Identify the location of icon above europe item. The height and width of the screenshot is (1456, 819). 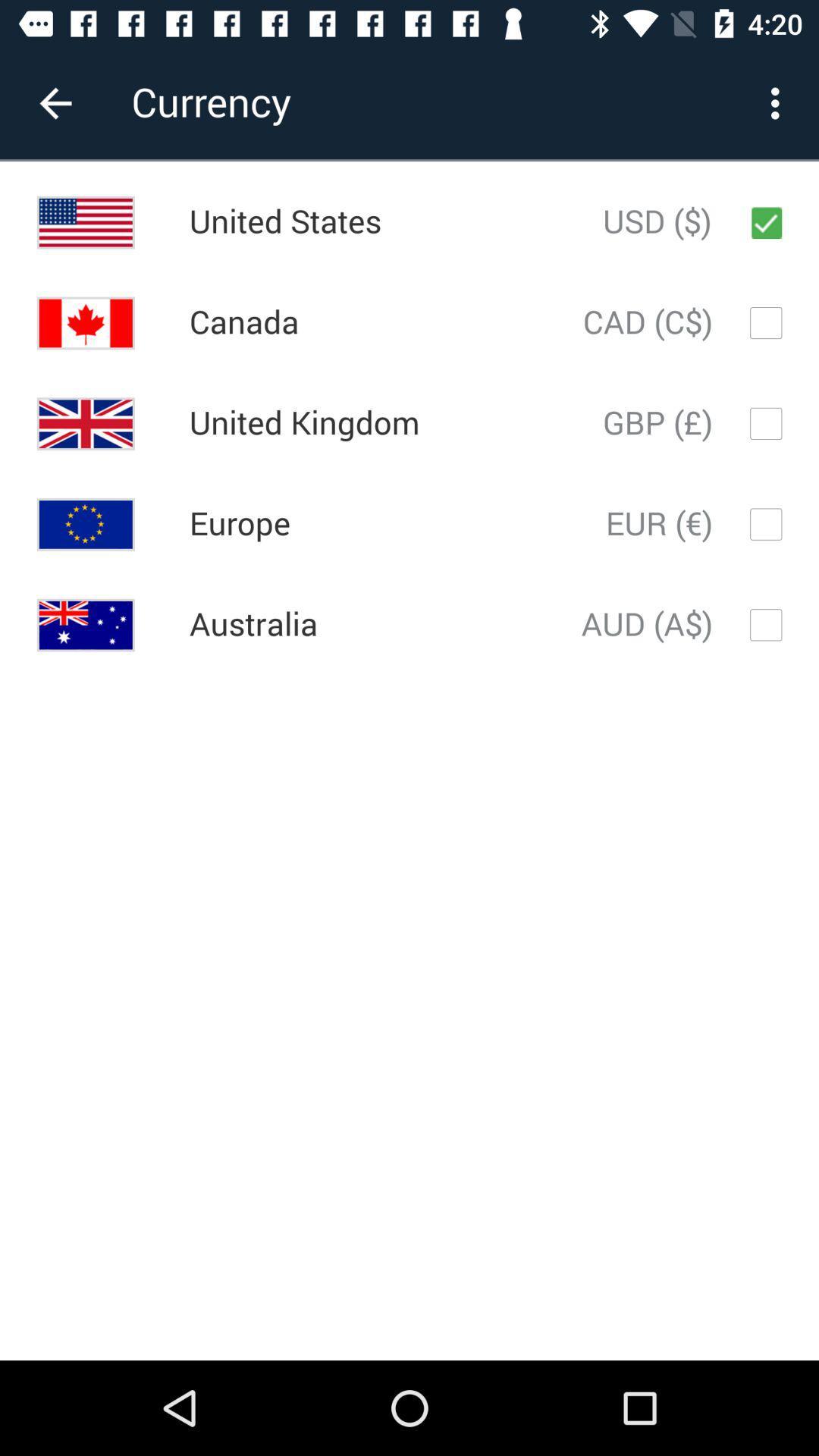
(304, 423).